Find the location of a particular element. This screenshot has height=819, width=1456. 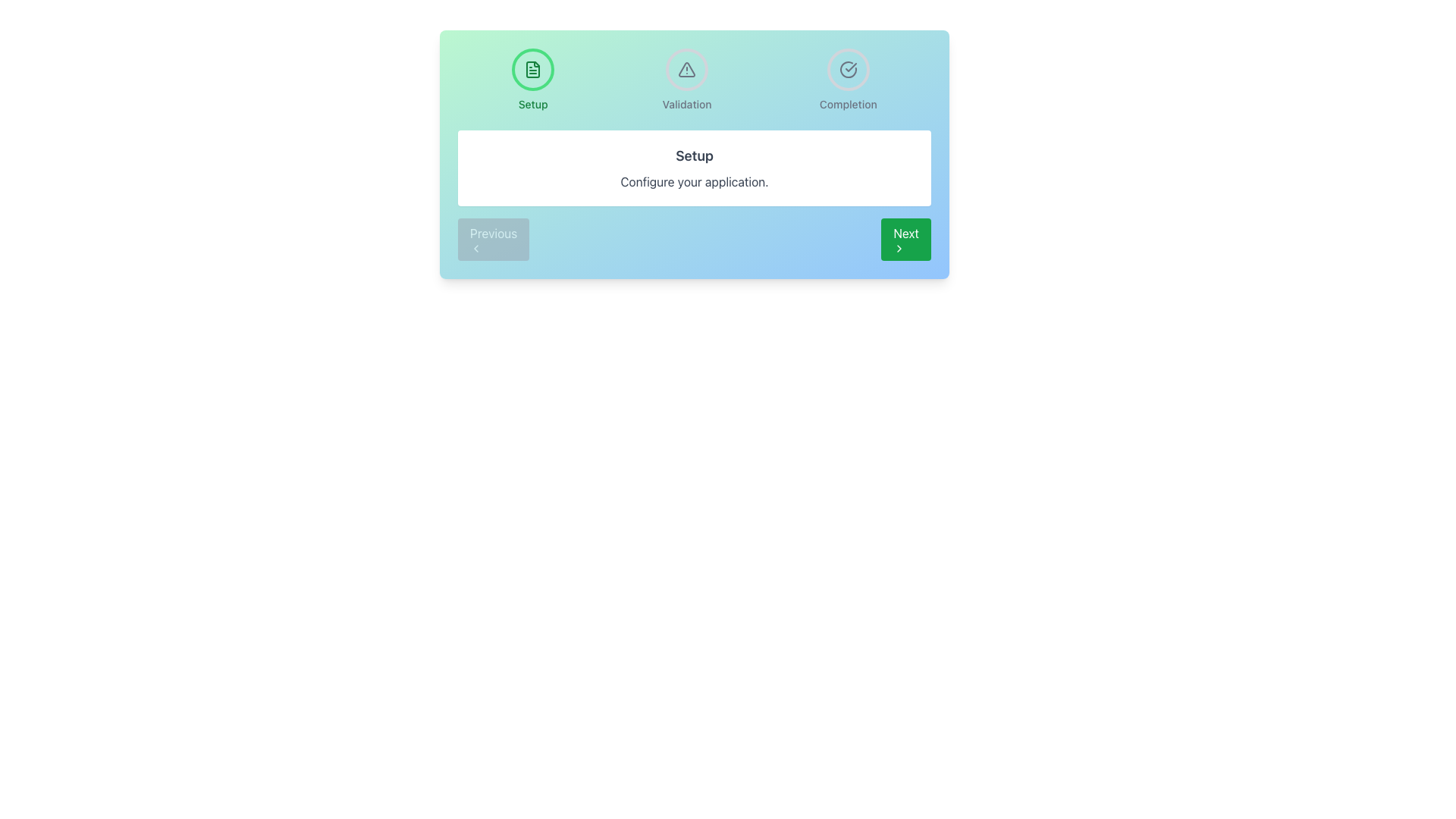

the 'Previous' button, which is the leftmost button in a horizontal group at the bottom of the card is located at coordinates (494, 239).